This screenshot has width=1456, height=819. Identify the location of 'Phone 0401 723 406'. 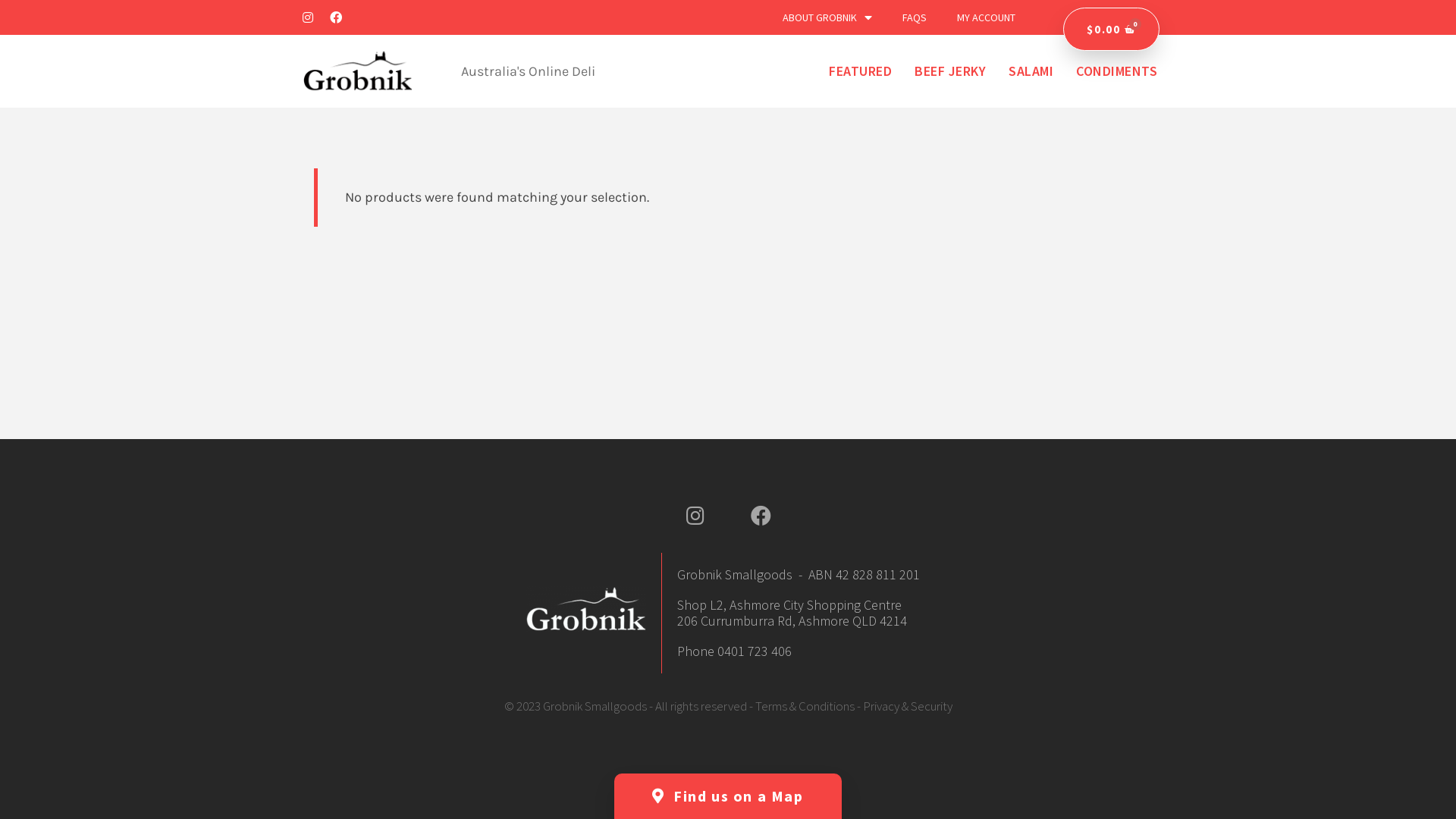
(734, 650).